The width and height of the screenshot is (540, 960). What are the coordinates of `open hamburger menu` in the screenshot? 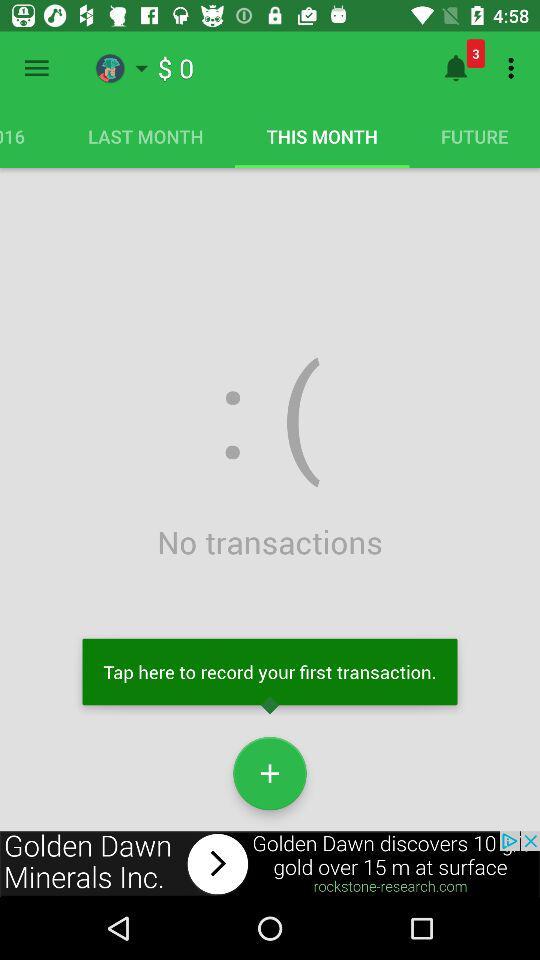 It's located at (36, 68).